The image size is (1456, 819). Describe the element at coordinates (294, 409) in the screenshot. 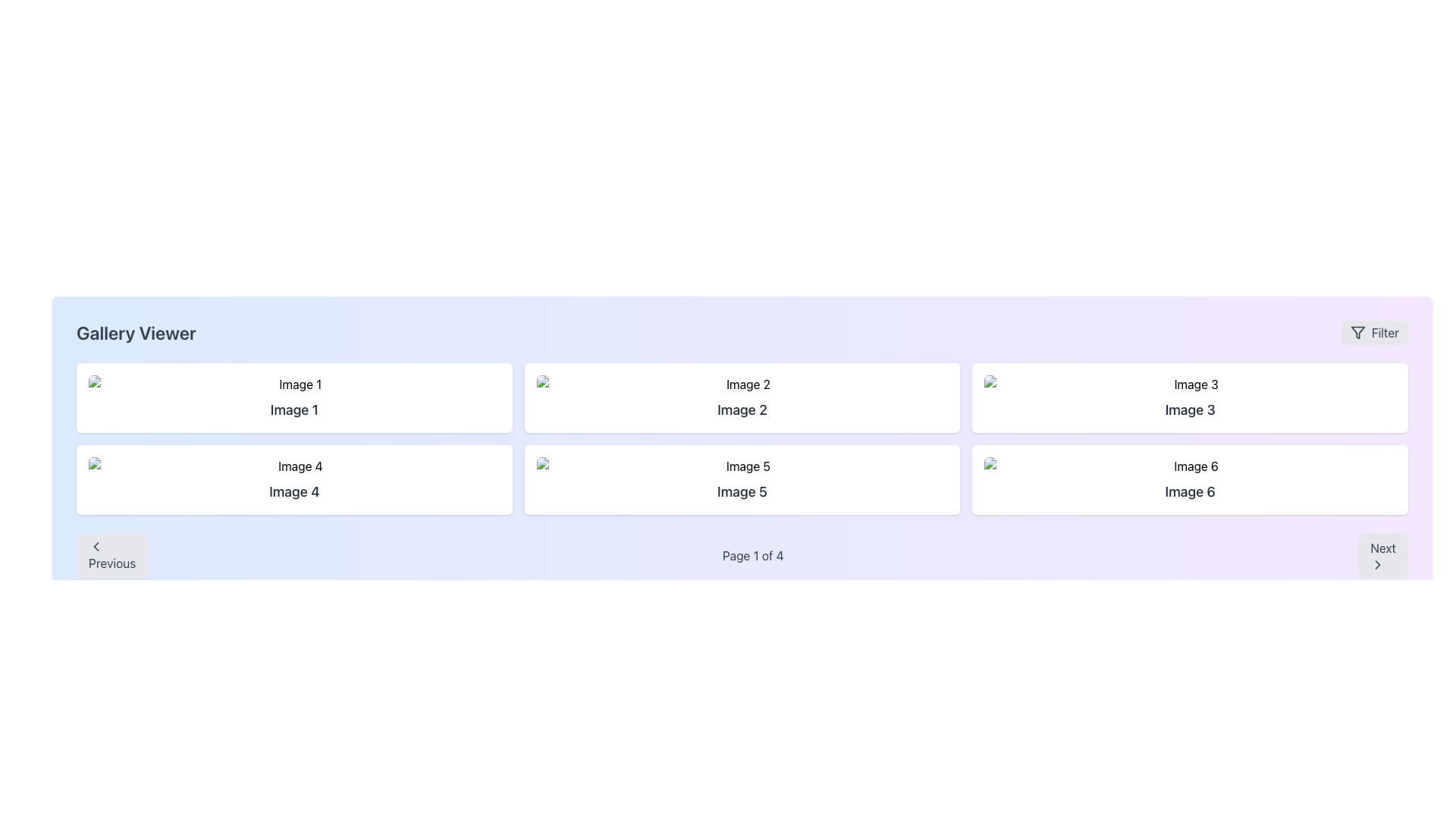

I see `the text label displaying 'Image 1', which is styled with a medium font size, bold weight, and dark gray color, located in the top-left cell of a grid layout` at that location.